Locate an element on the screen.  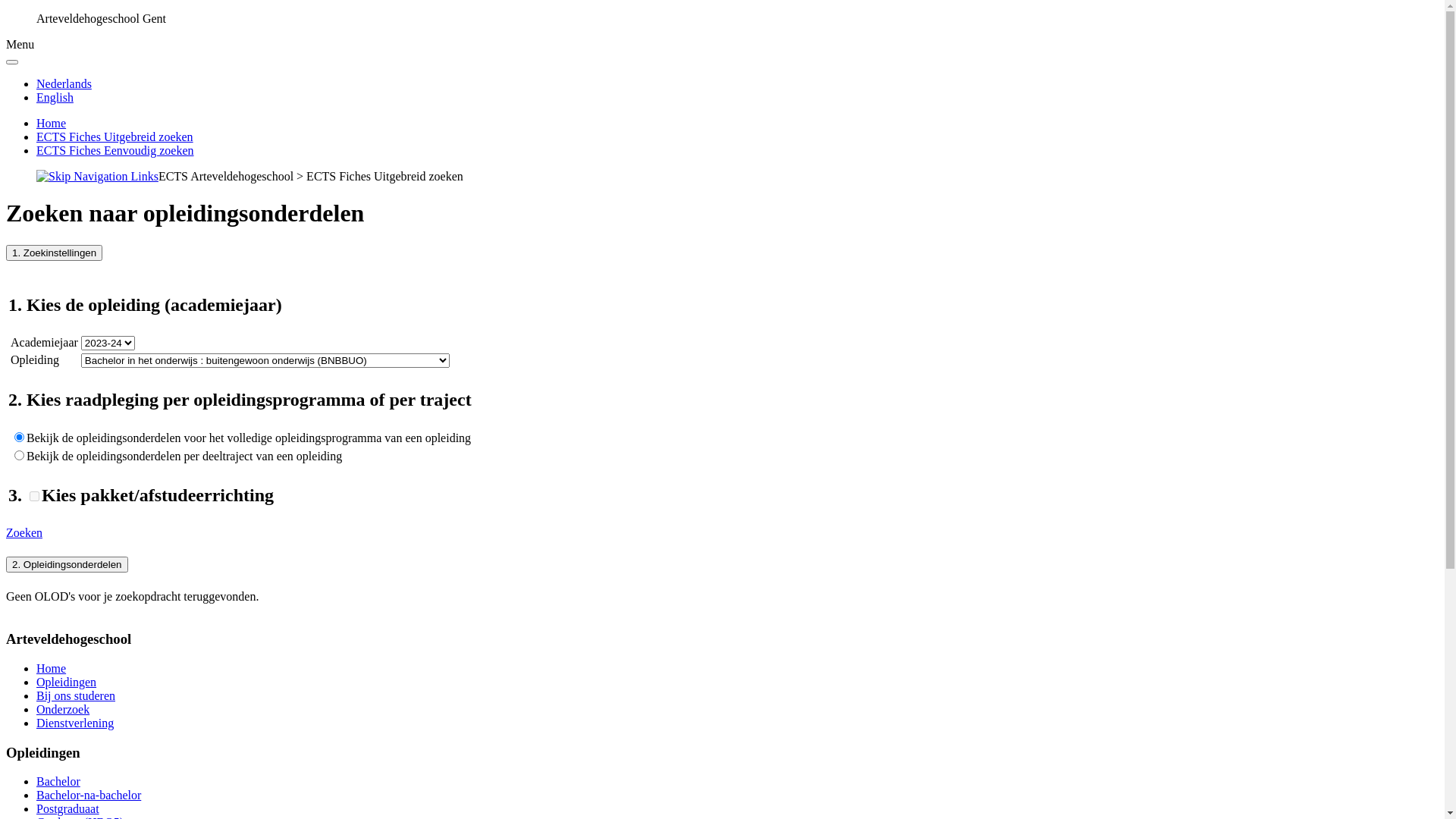
'Home' is located at coordinates (51, 122).